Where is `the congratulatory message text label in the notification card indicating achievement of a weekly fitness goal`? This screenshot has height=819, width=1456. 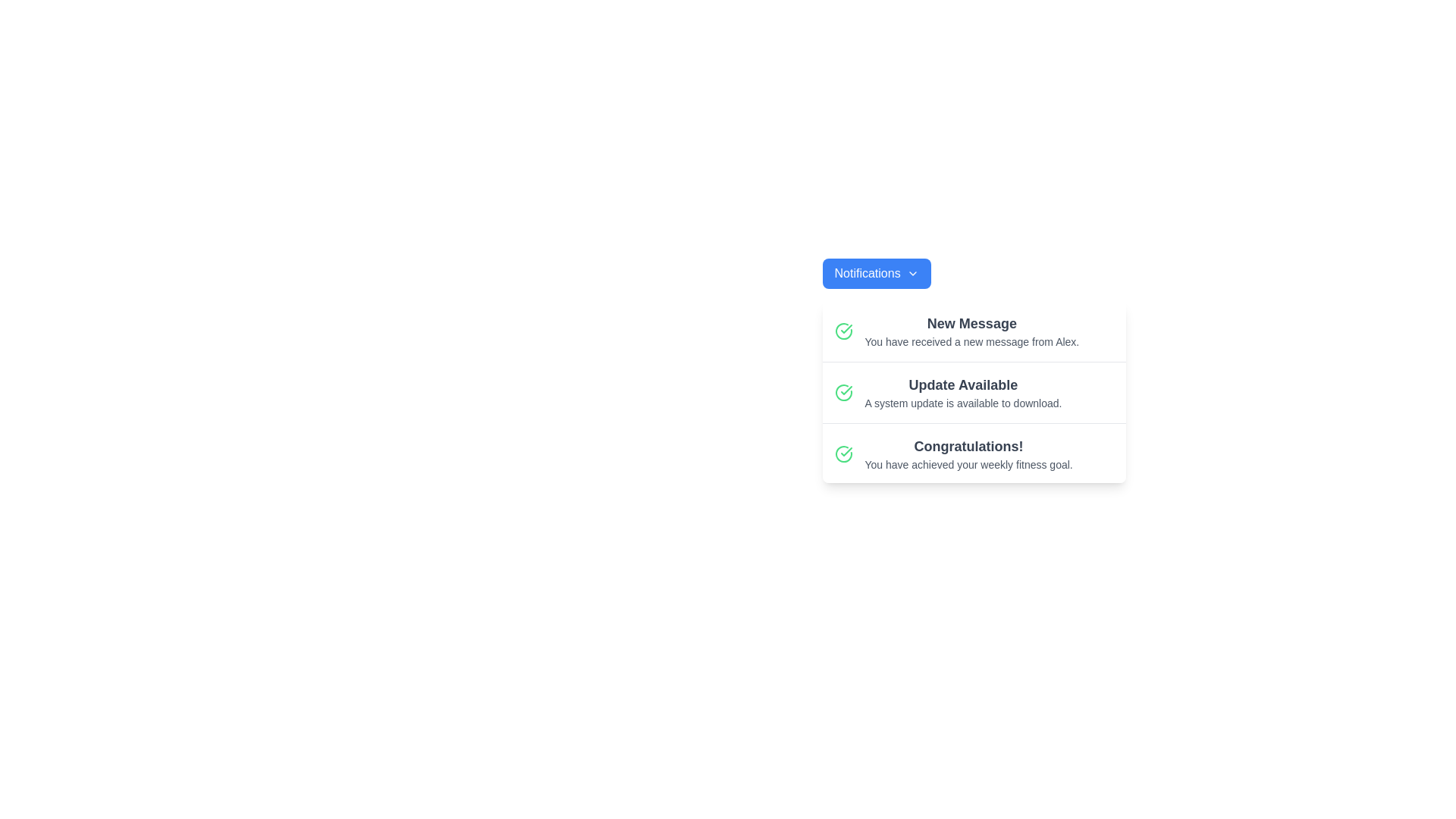 the congratulatory message text label in the notification card indicating achievement of a weekly fitness goal is located at coordinates (968, 446).